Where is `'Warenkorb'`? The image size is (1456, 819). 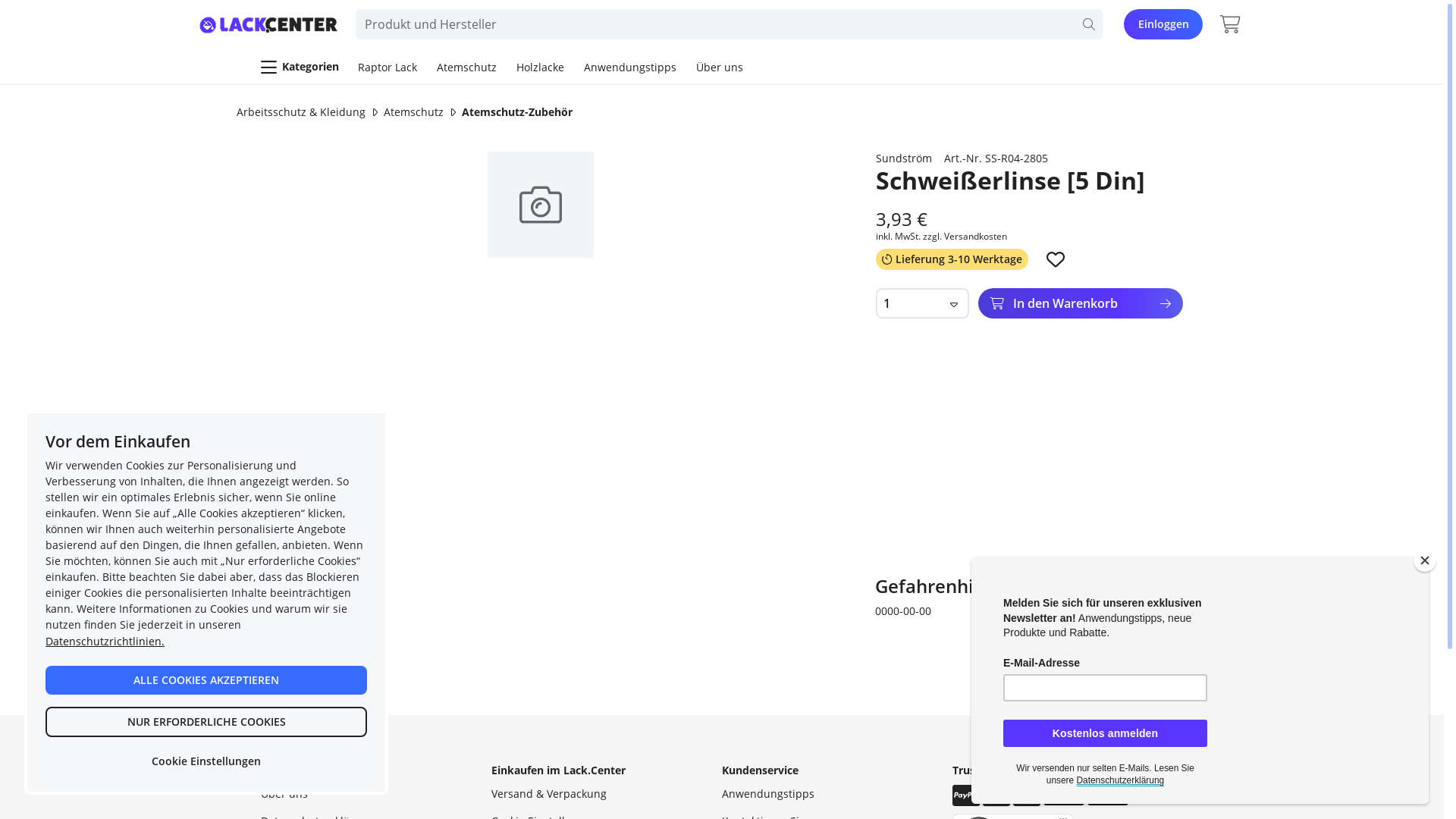 'Warenkorb' is located at coordinates (1230, 24).